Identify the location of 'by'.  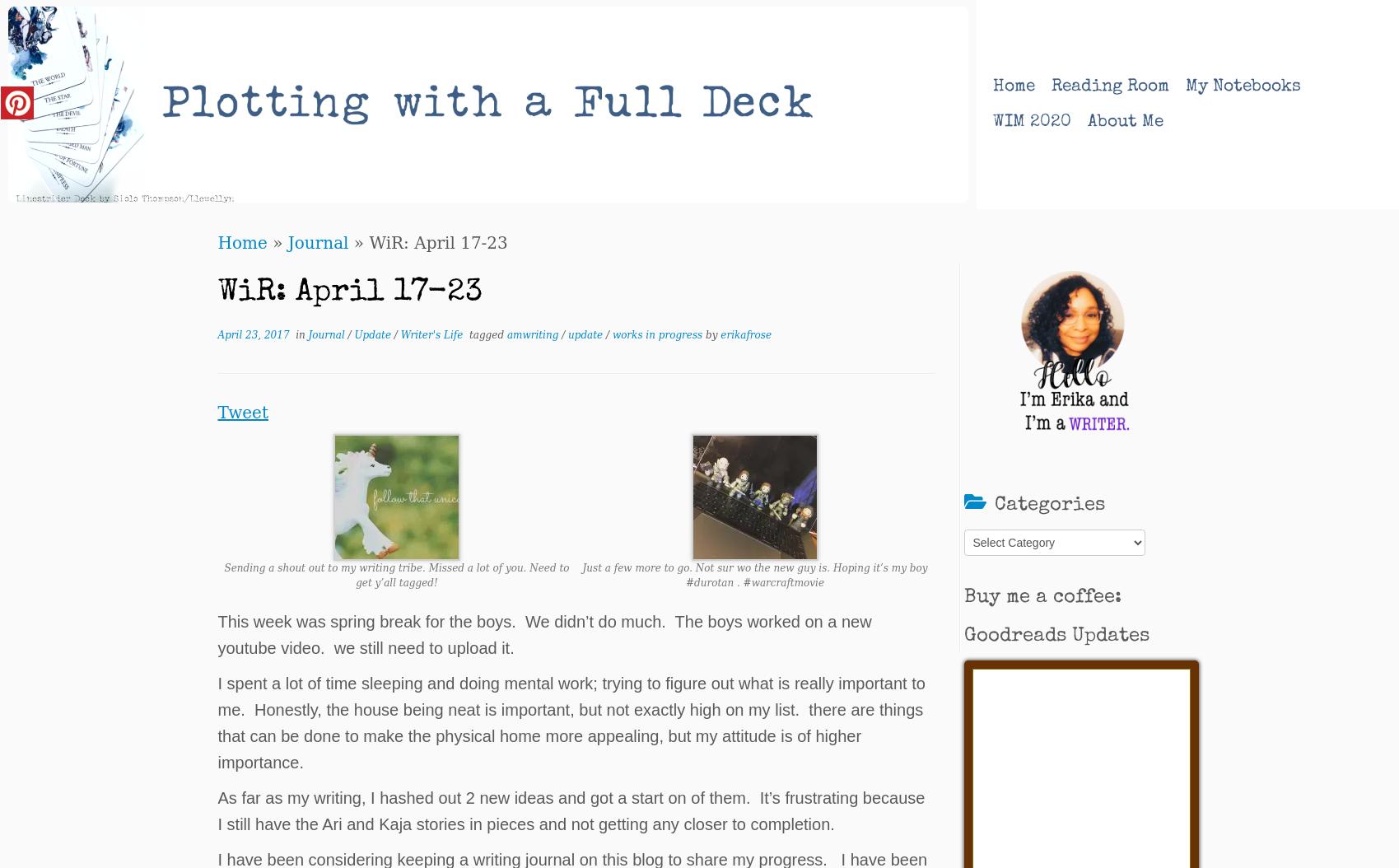
(711, 334).